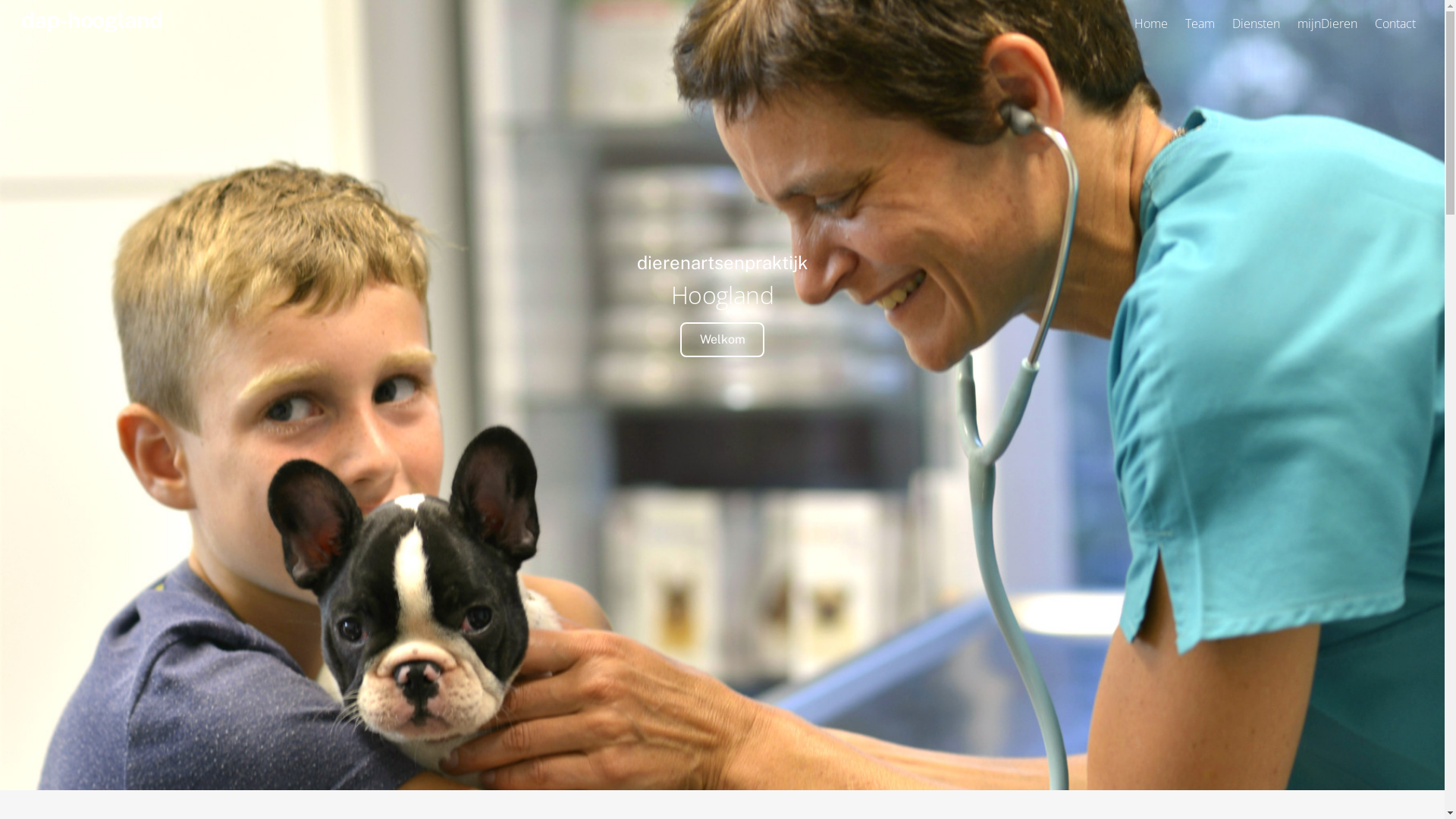 This screenshot has width=1456, height=819. Describe the element at coordinates (1290, 23) in the screenshot. I see `'mijnDieren'` at that location.